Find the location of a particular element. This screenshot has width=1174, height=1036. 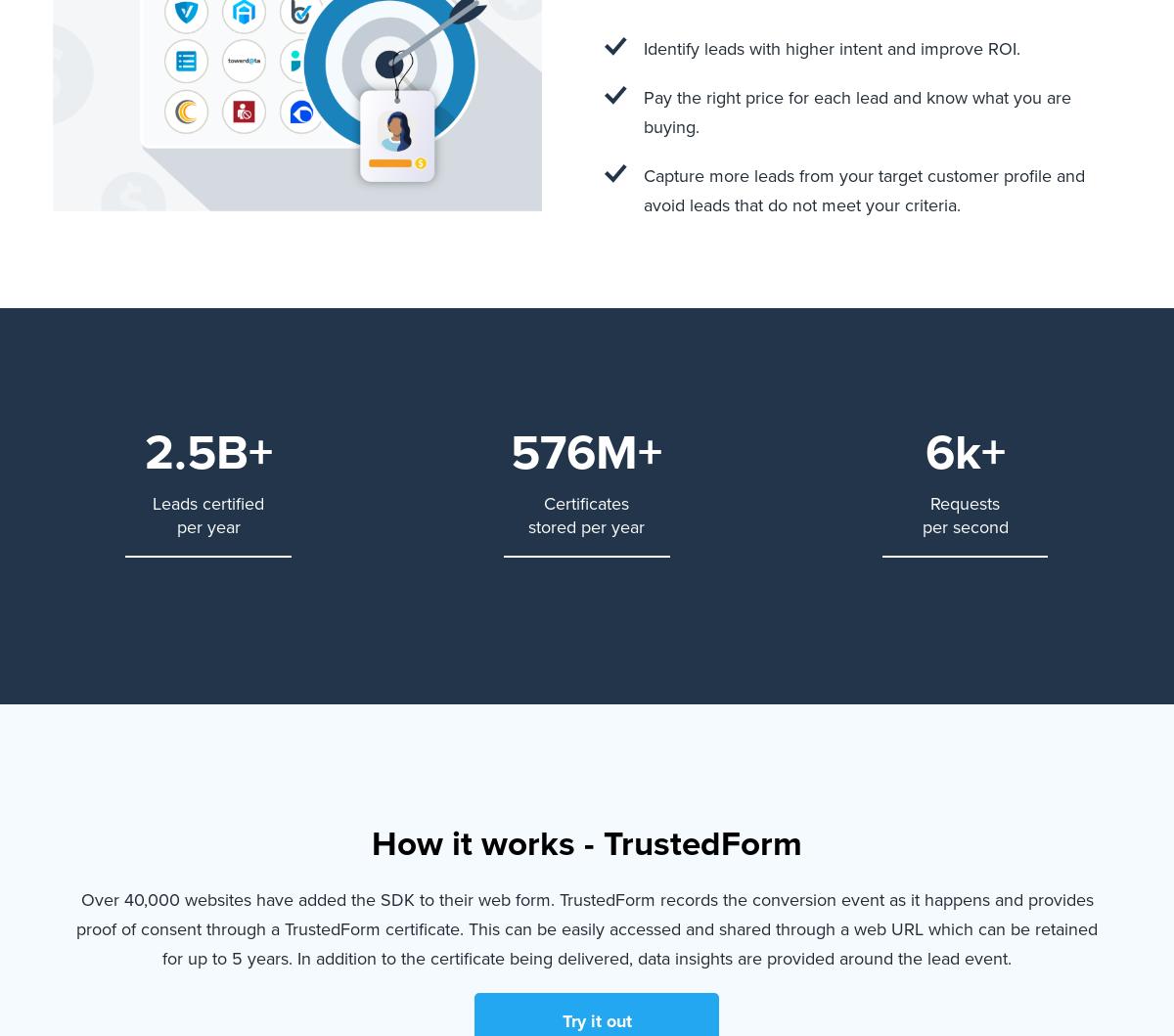

'2.5B+' is located at coordinates (144, 450).